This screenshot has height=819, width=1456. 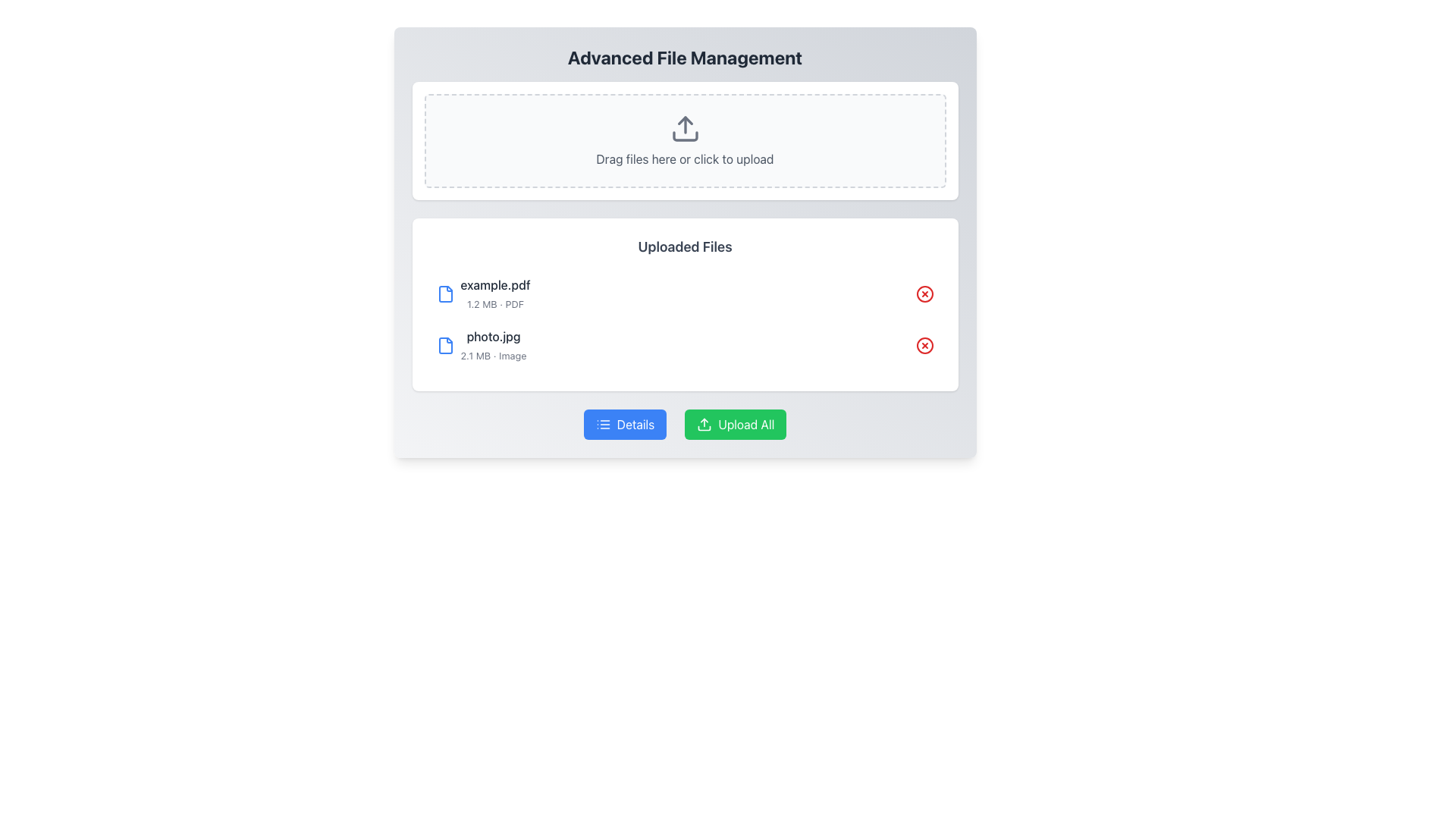 What do you see at coordinates (684, 246) in the screenshot?
I see `text from the Text Label that serves as the title for the section displaying uploaded files, located above individual uploaded files like 'example.pdf' and 'photo.jpg'` at bounding box center [684, 246].